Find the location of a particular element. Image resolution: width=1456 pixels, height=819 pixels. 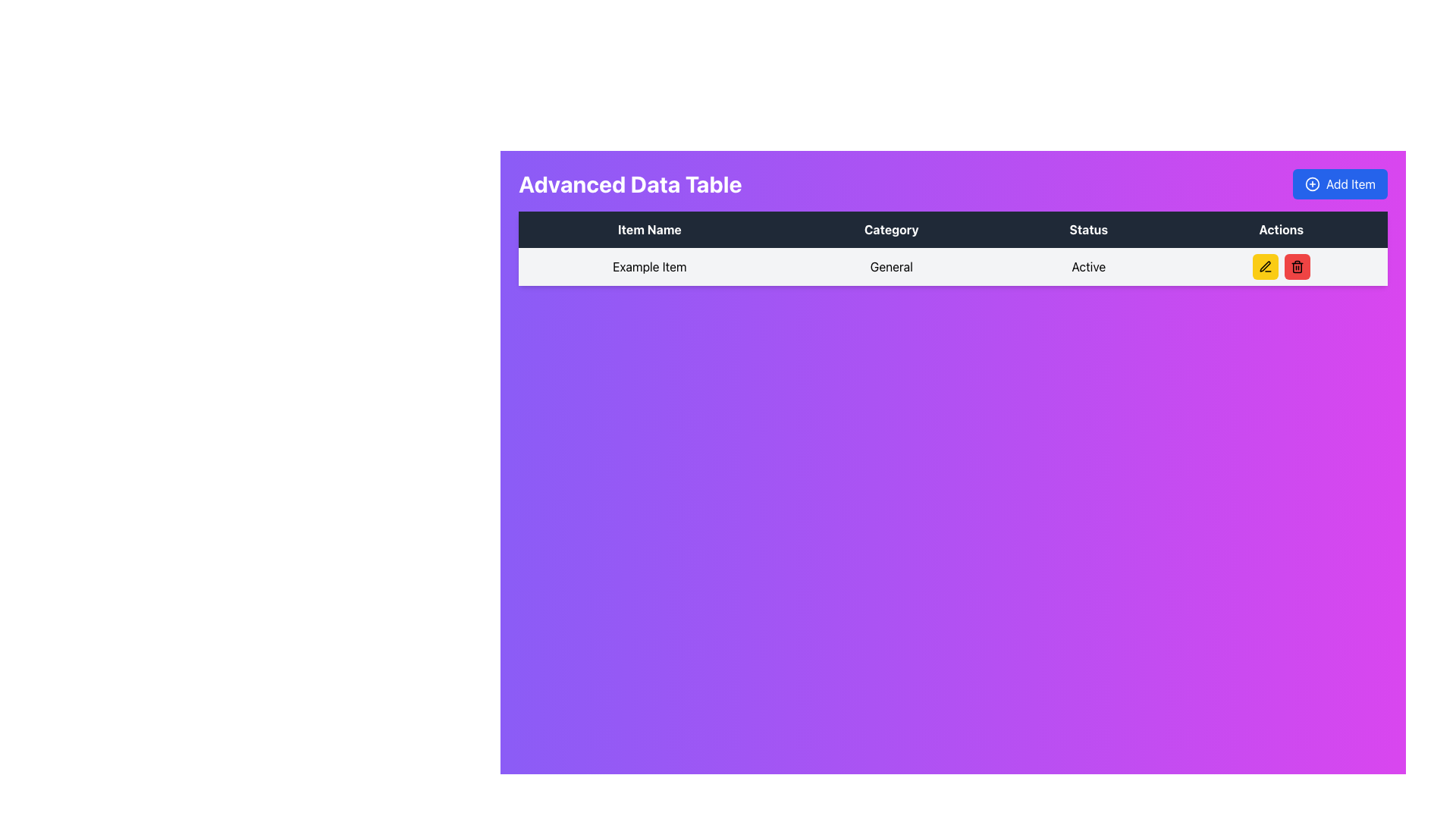

the pen icon button with a yellow background located in the Actions column for the Example Item is located at coordinates (1265, 265).